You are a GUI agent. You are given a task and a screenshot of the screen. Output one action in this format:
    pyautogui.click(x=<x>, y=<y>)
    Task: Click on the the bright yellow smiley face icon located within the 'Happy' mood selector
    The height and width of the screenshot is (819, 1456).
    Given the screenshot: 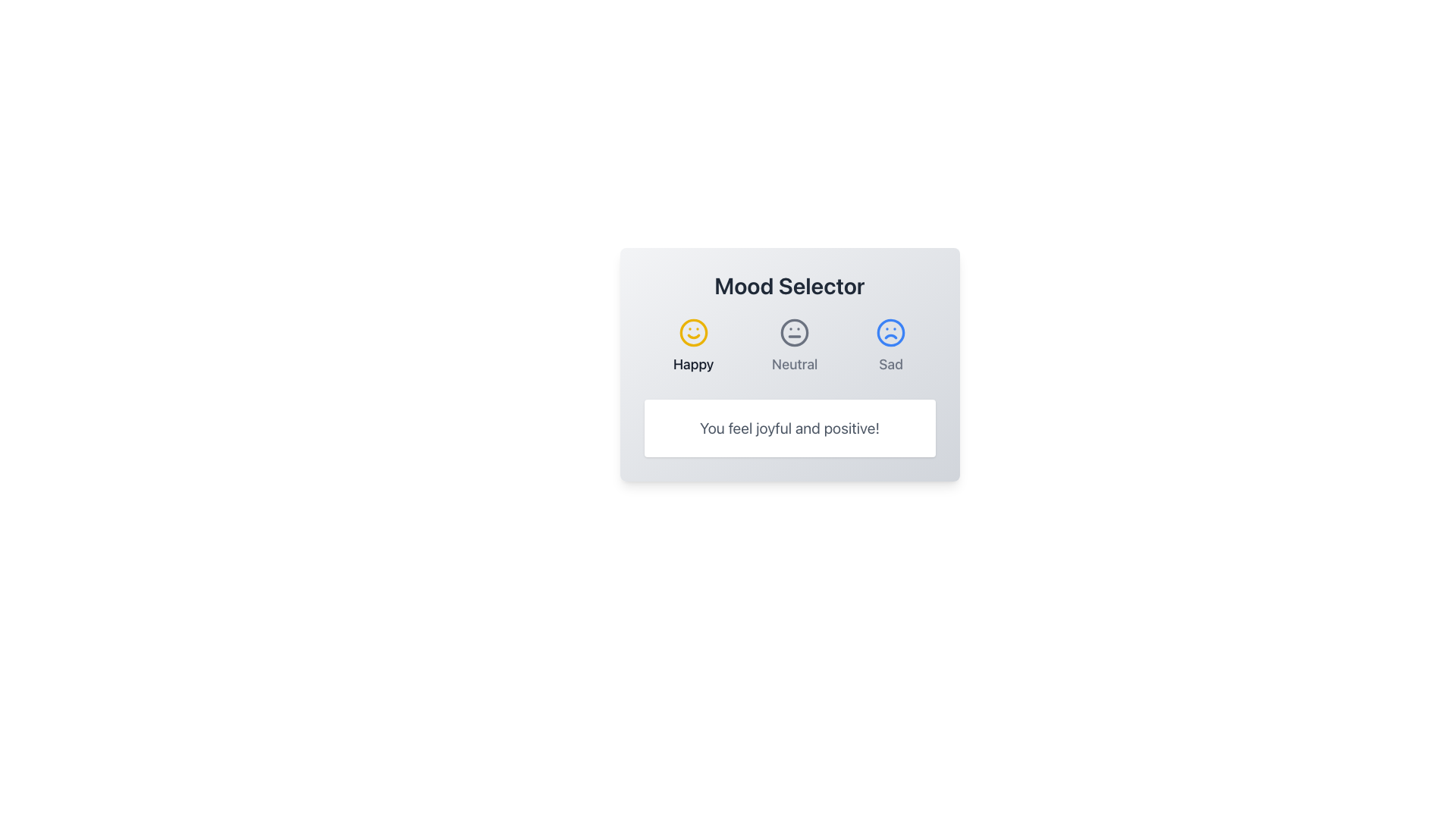 What is the action you would take?
    pyautogui.click(x=692, y=332)
    